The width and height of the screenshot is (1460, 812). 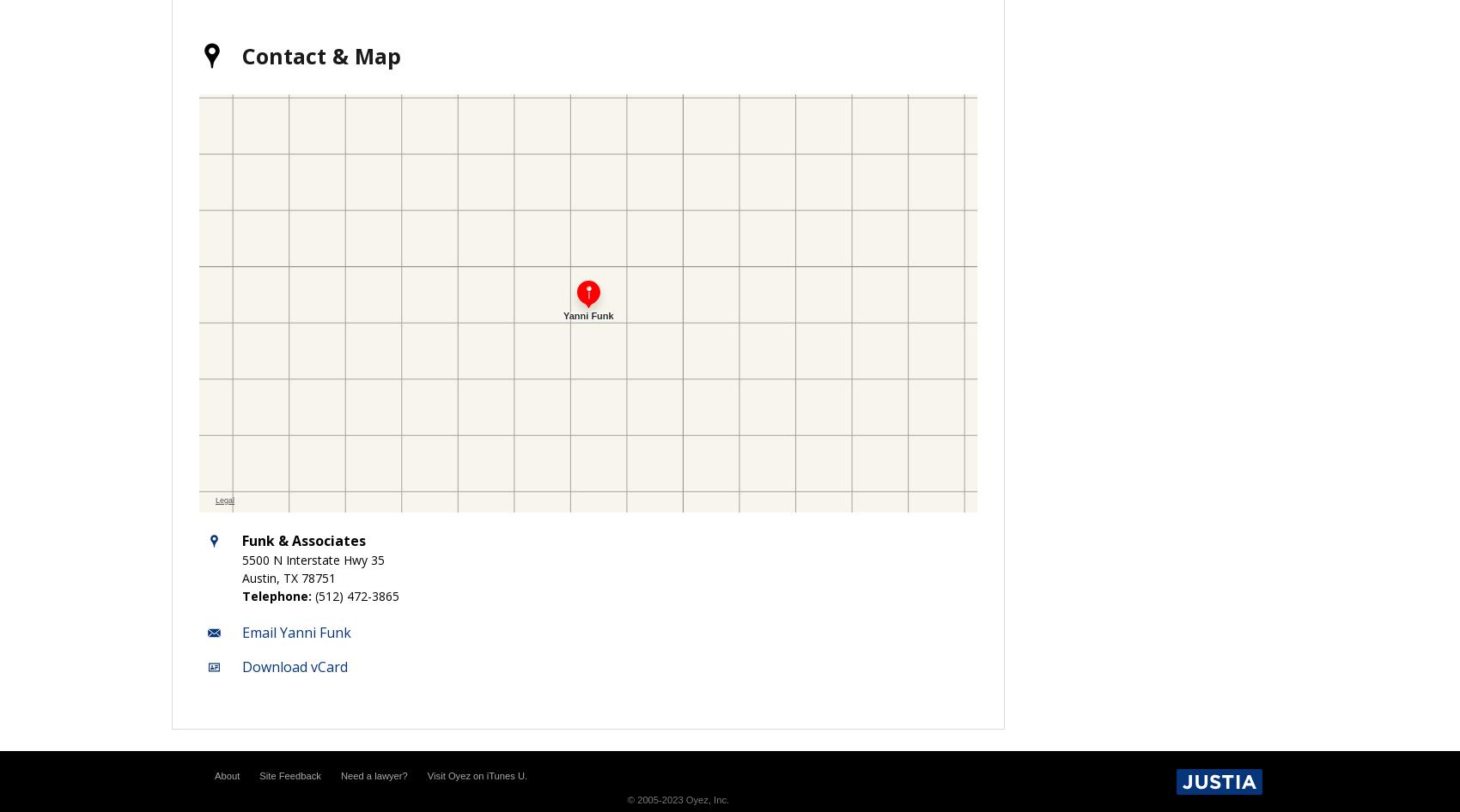 I want to click on 'Austin', so click(x=259, y=577).